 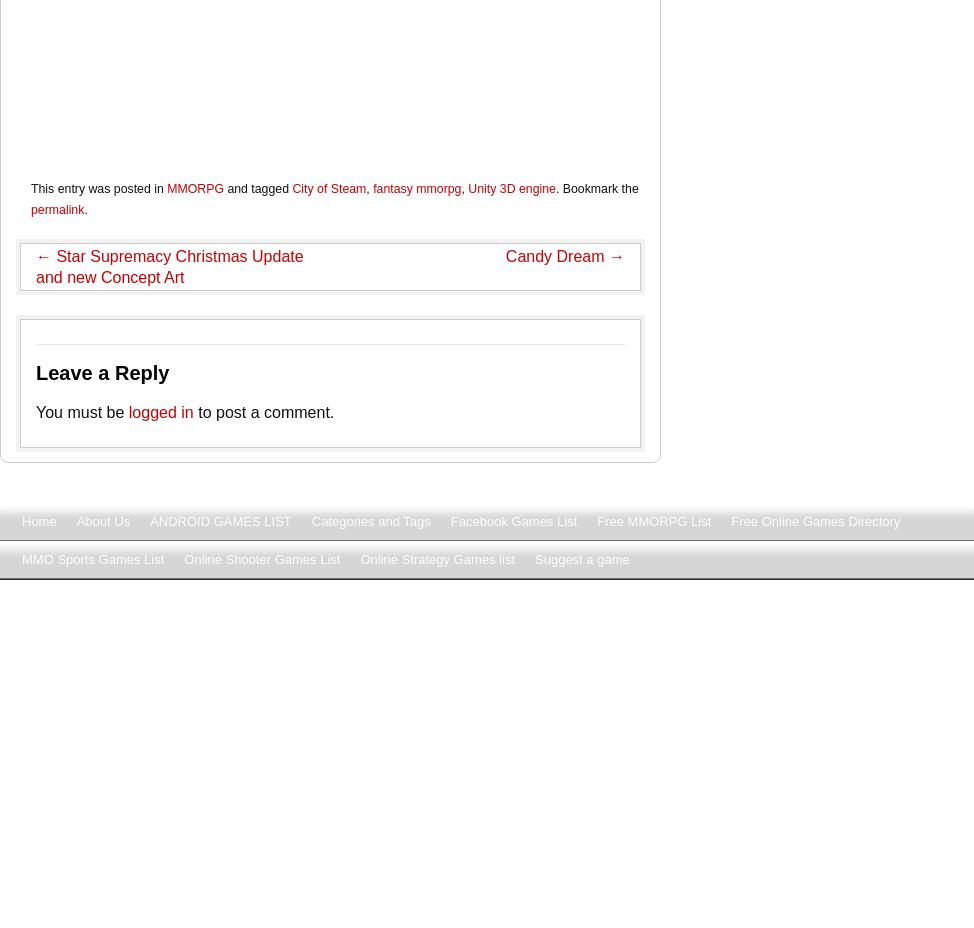 What do you see at coordinates (97, 188) in the screenshot?
I see `'This entry was posted in'` at bounding box center [97, 188].